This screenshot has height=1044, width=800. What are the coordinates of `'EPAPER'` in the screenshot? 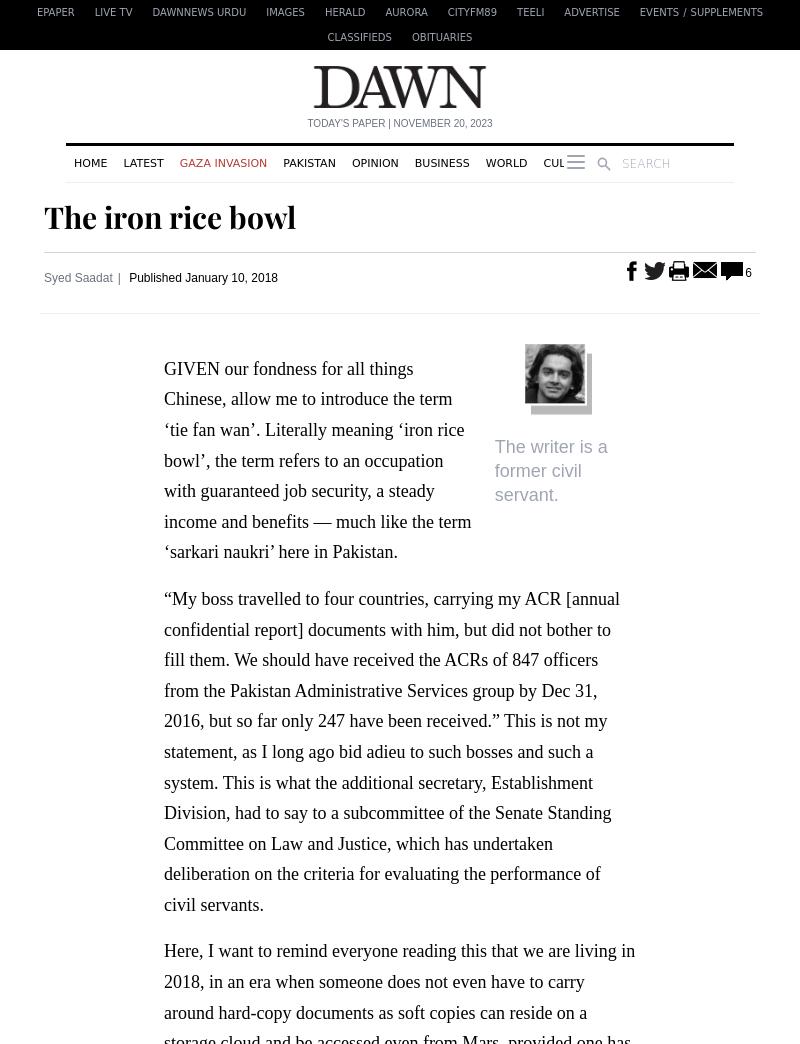 It's located at (54, 11).